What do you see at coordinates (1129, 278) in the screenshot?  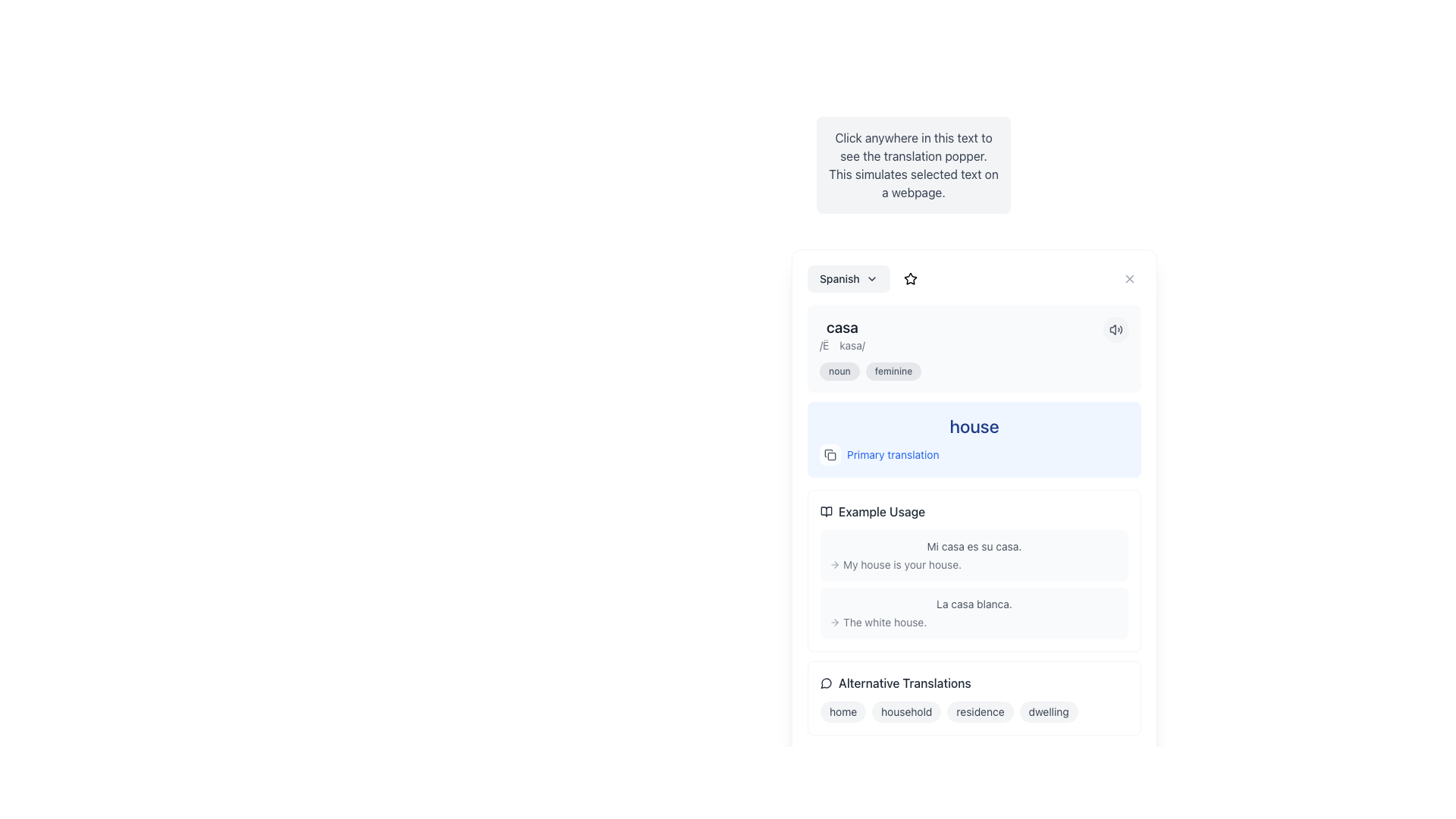 I see `the Close Icon (SVG) in the top-right corner of the modal` at bounding box center [1129, 278].